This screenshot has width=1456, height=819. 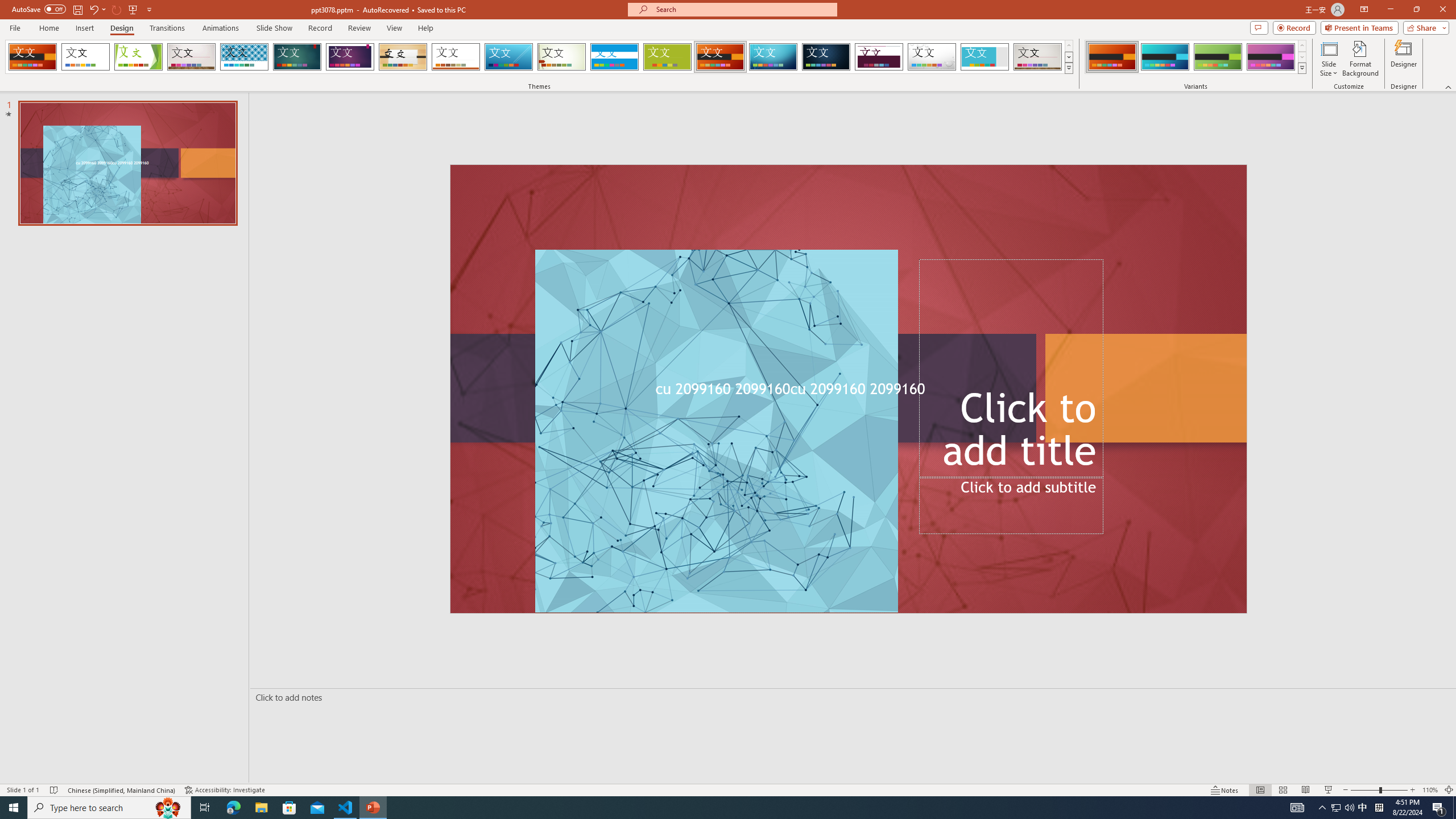 What do you see at coordinates (561, 56) in the screenshot?
I see `'Wisp'` at bounding box center [561, 56].